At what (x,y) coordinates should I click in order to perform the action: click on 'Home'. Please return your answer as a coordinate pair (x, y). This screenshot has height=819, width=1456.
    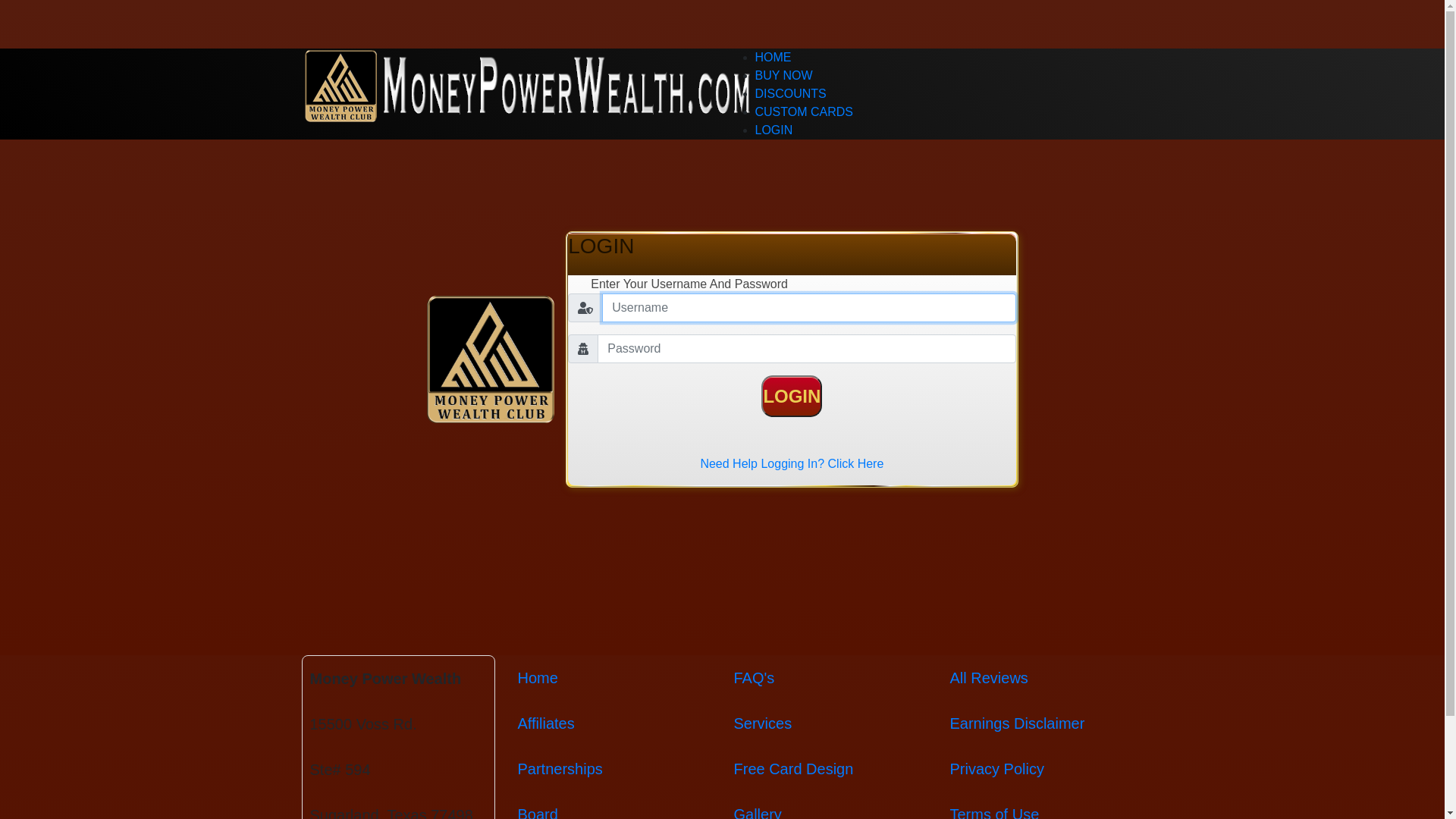
    Looking at the image, I should click on (537, 677).